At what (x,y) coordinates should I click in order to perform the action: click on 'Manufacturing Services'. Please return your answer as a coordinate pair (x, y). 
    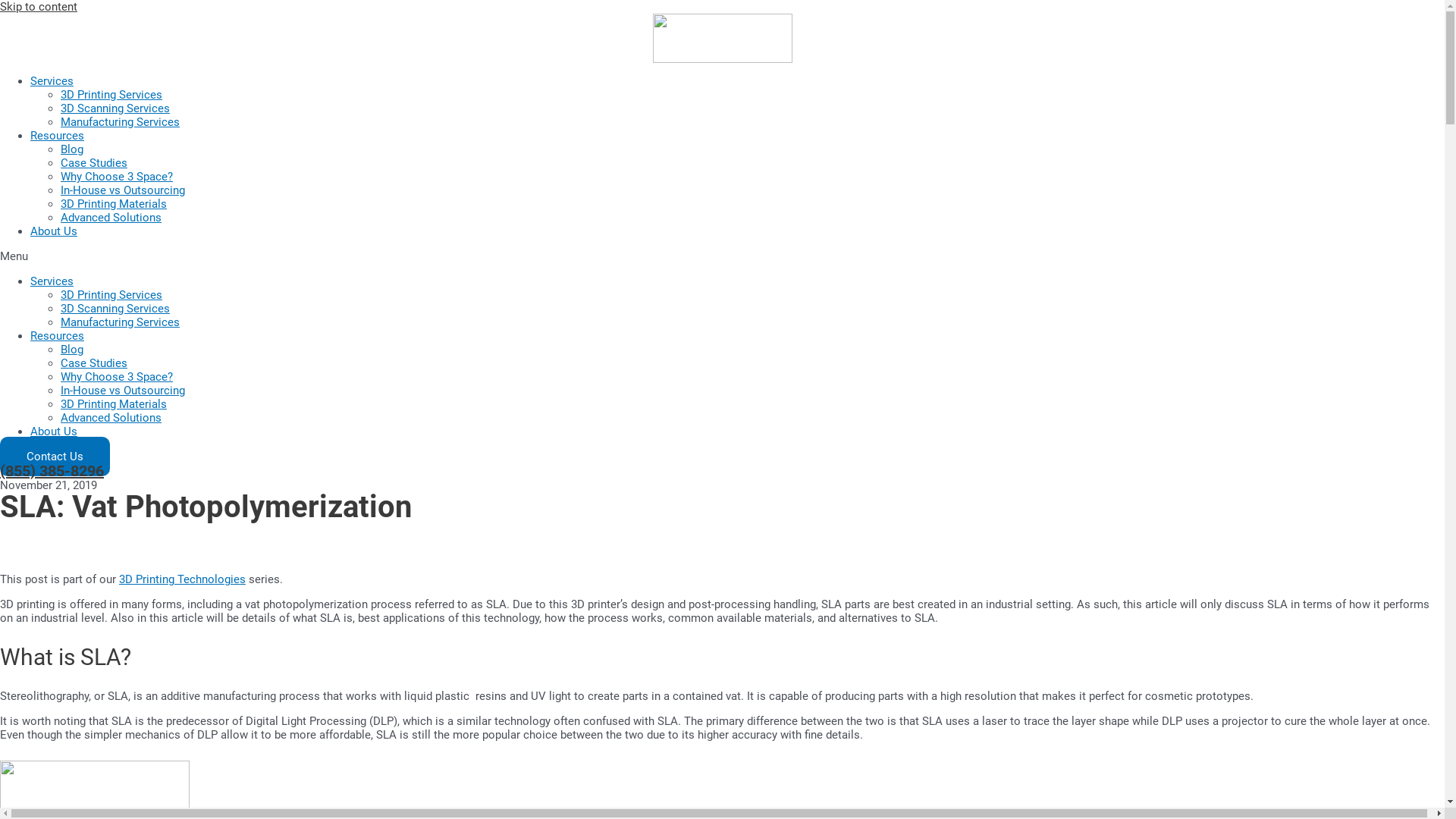
    Looking at the image, I should click on (61, 321).